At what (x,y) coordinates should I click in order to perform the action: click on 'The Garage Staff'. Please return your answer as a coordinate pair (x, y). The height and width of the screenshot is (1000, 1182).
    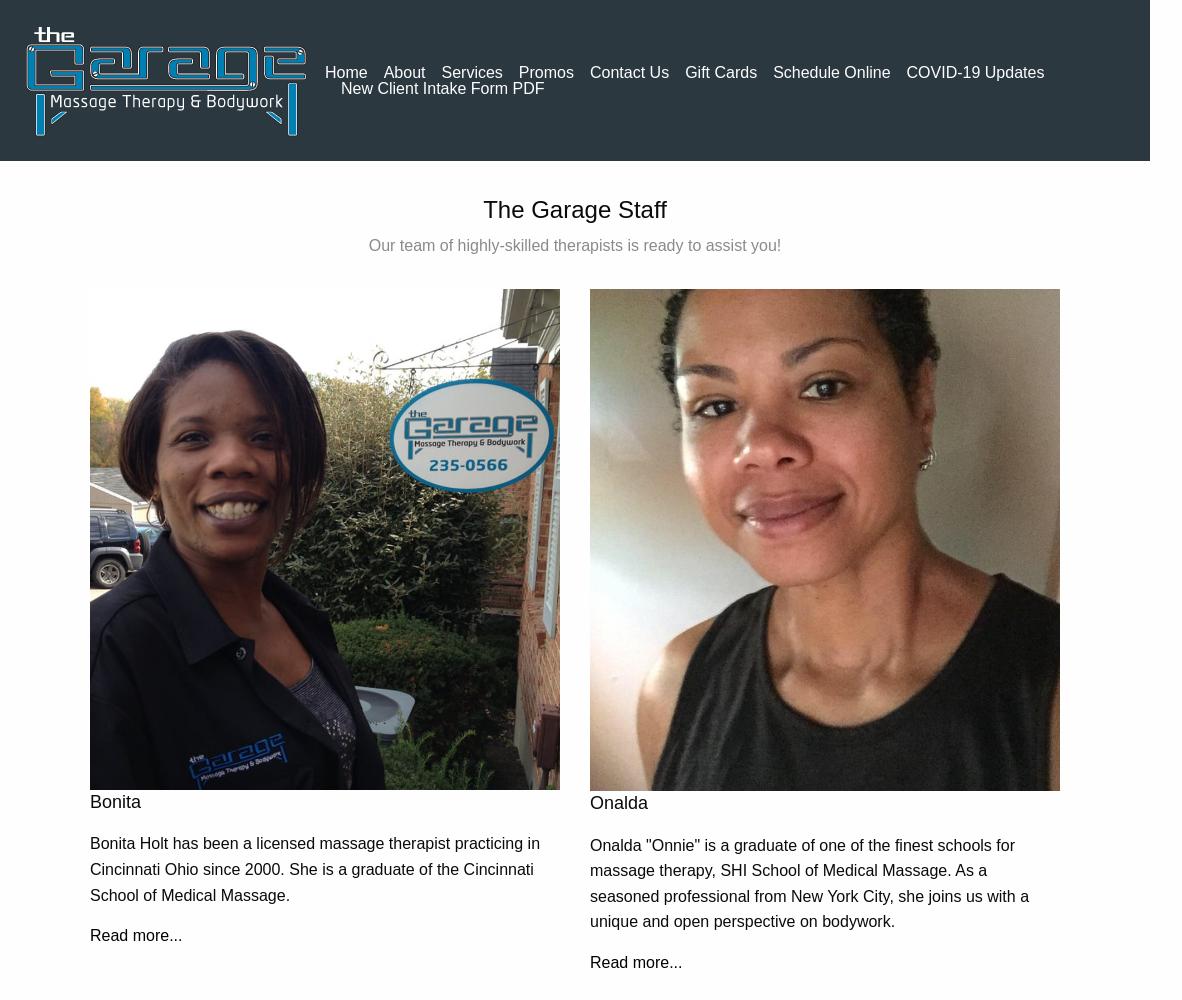
    Looking at the image, I should click on (574, 208).